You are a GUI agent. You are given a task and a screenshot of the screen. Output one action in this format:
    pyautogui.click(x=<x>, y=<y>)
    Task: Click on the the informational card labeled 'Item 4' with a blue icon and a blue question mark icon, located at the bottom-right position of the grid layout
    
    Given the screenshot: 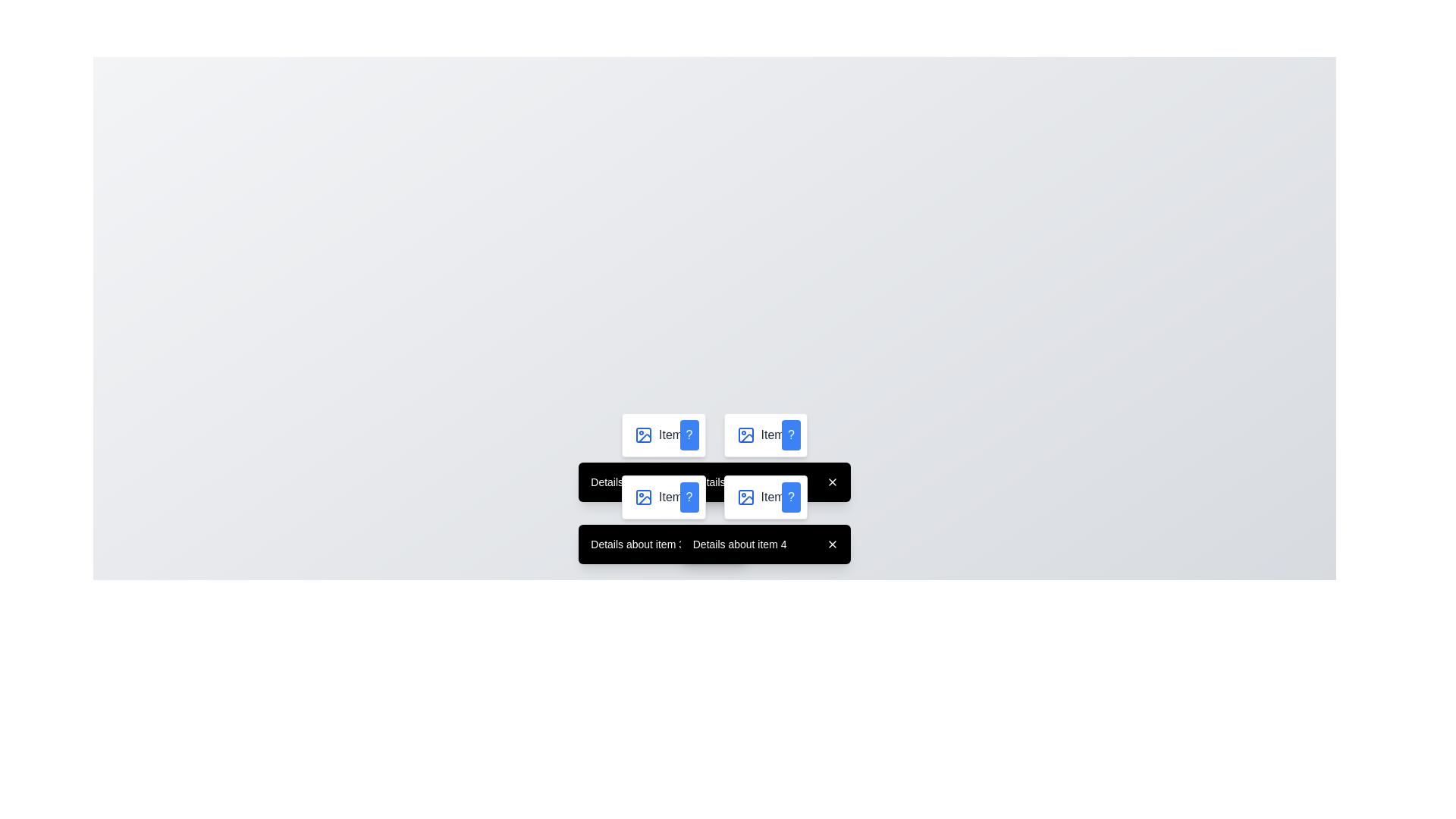 What is the action you would take?
    pyautogui.click(x=765, y=497)
    